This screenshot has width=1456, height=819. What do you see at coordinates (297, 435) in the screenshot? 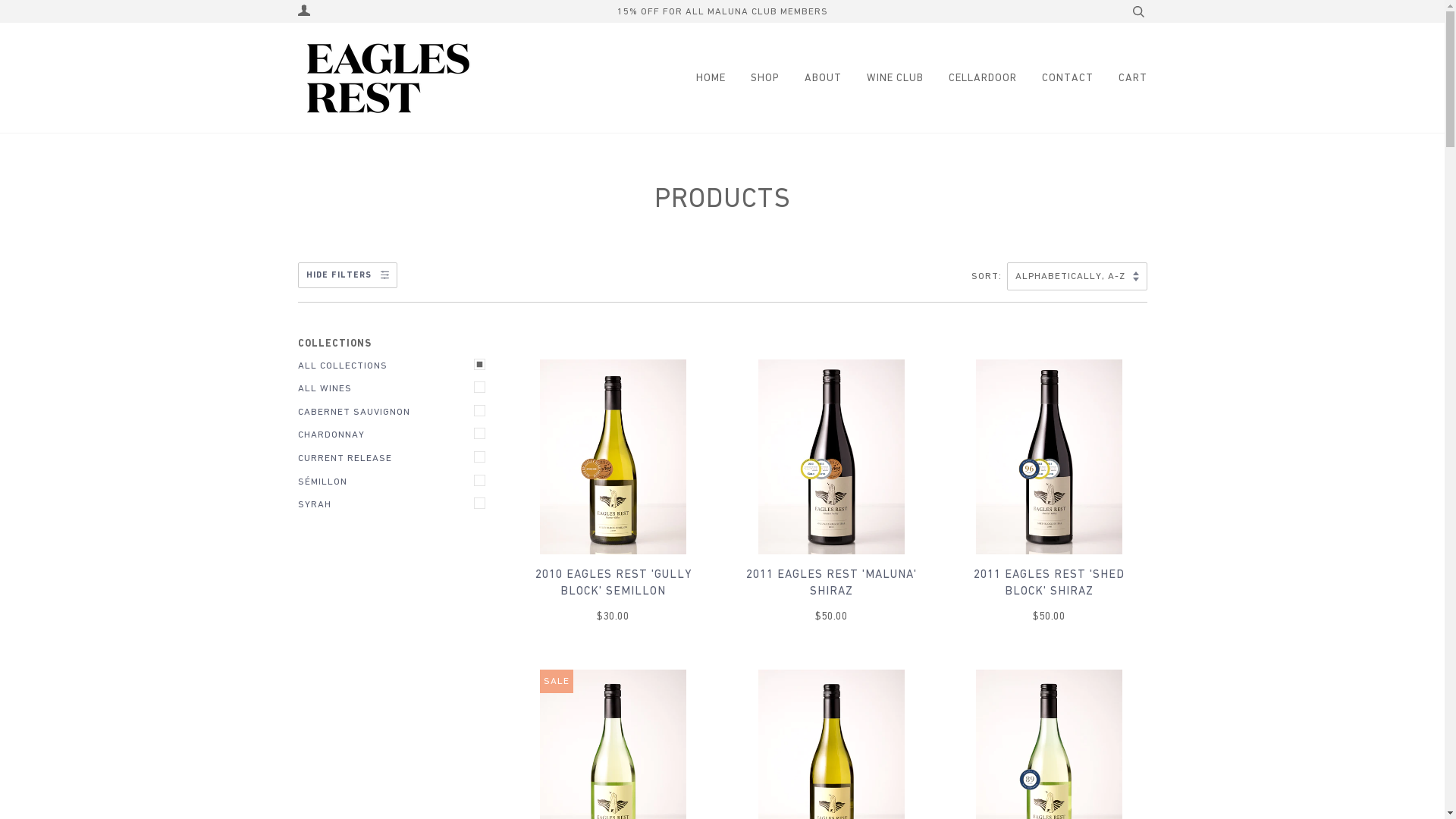
I see `'CHARDONNAY'` at bounding box center [297, 435].